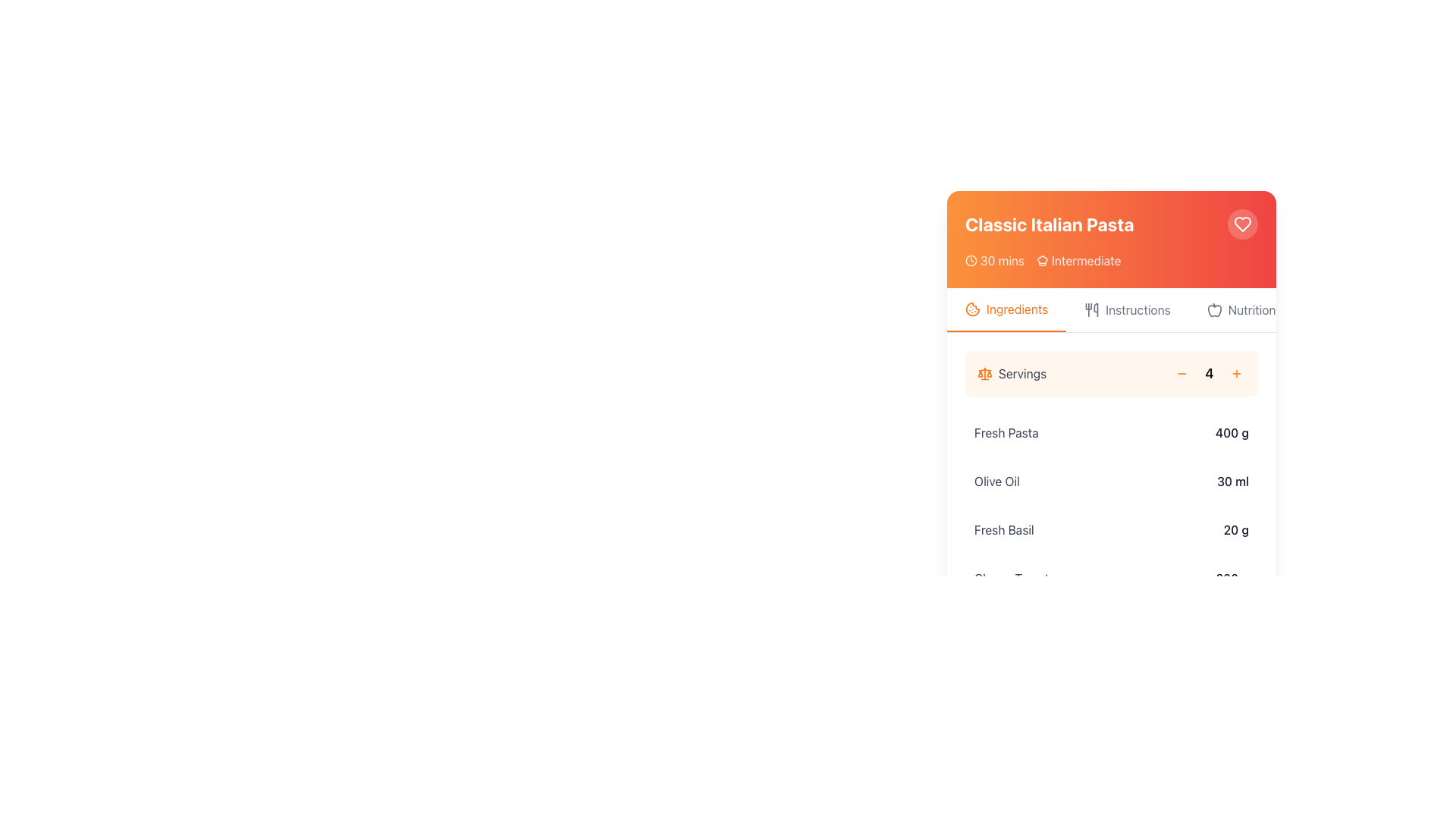 Image resolution: width=1456 pixels, height=819 pixels. What do you see at coordinates (1017, 309) in the screenshot?
I see `the 'Ingredients' text label, which is styled in orange on a white background and serves as the first tab in the recipe interface's navigation bar` at bounding box center [1017, 309].